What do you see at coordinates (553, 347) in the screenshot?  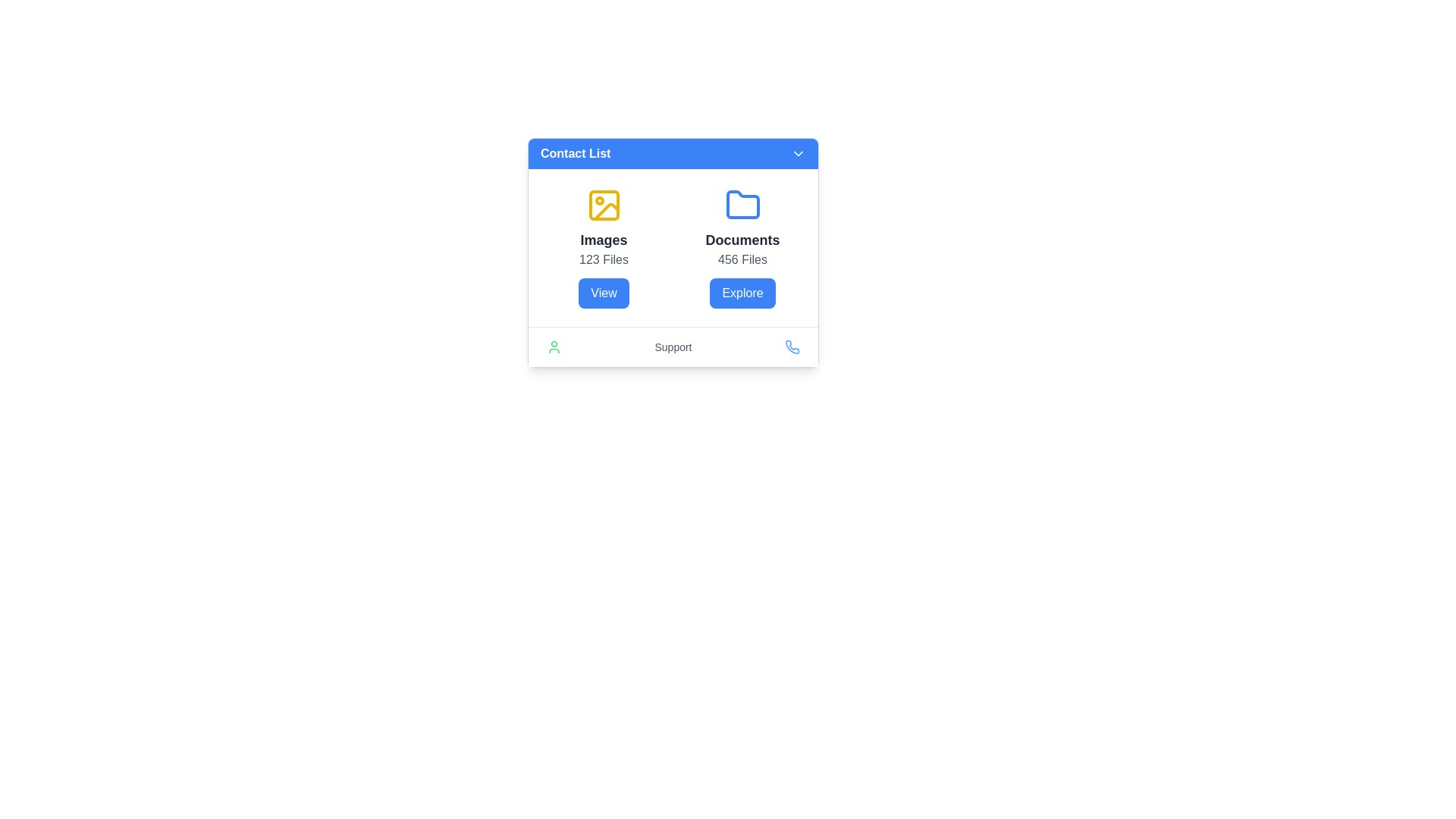 I see `the user information icon located in the 'Support' section, positioned towards the left side adjacent to text and opposite a phone-shaped icon` at bounding box center [553, 347].